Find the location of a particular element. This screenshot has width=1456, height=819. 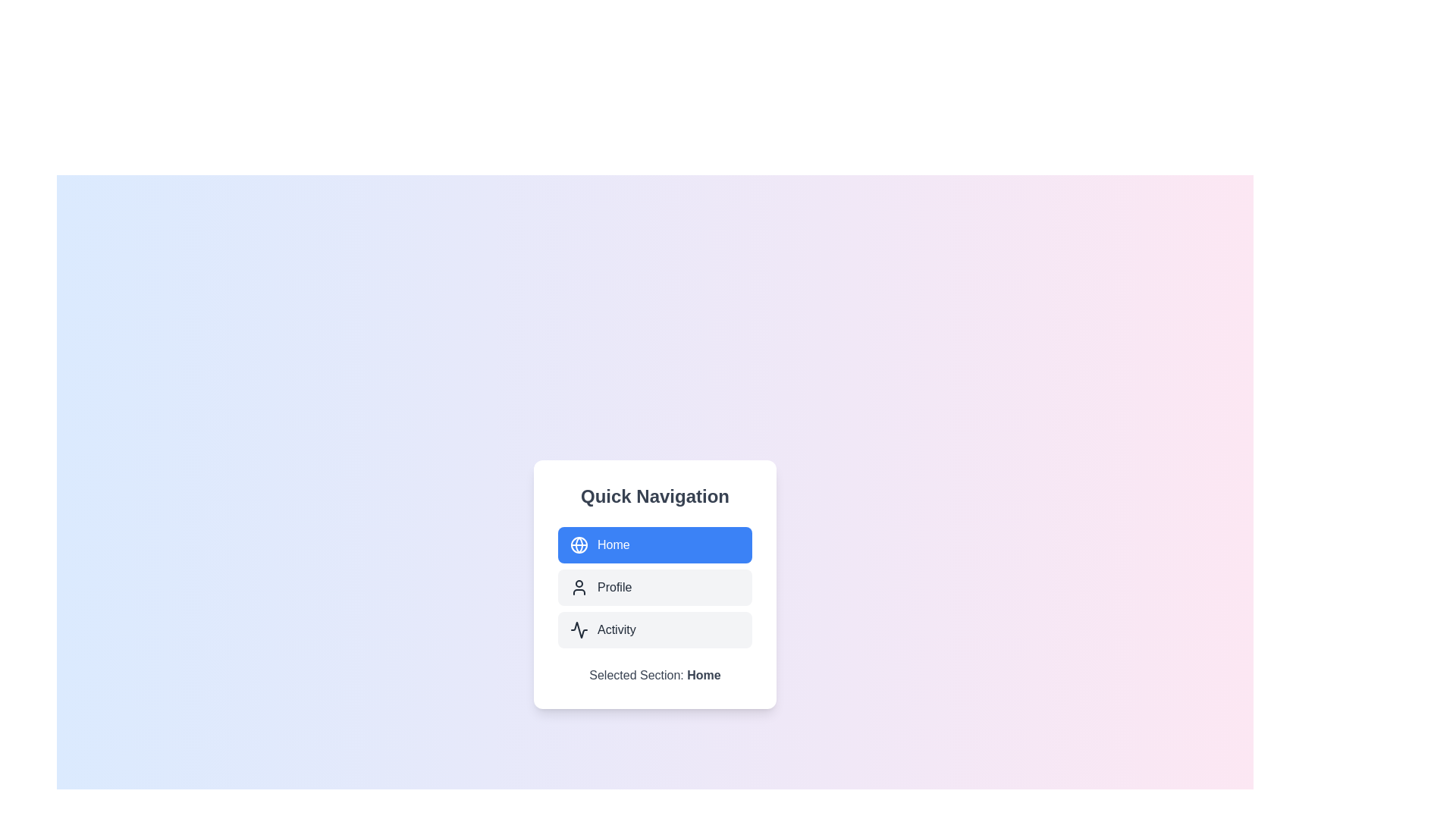

the button used is located at coordinates (655, 587).